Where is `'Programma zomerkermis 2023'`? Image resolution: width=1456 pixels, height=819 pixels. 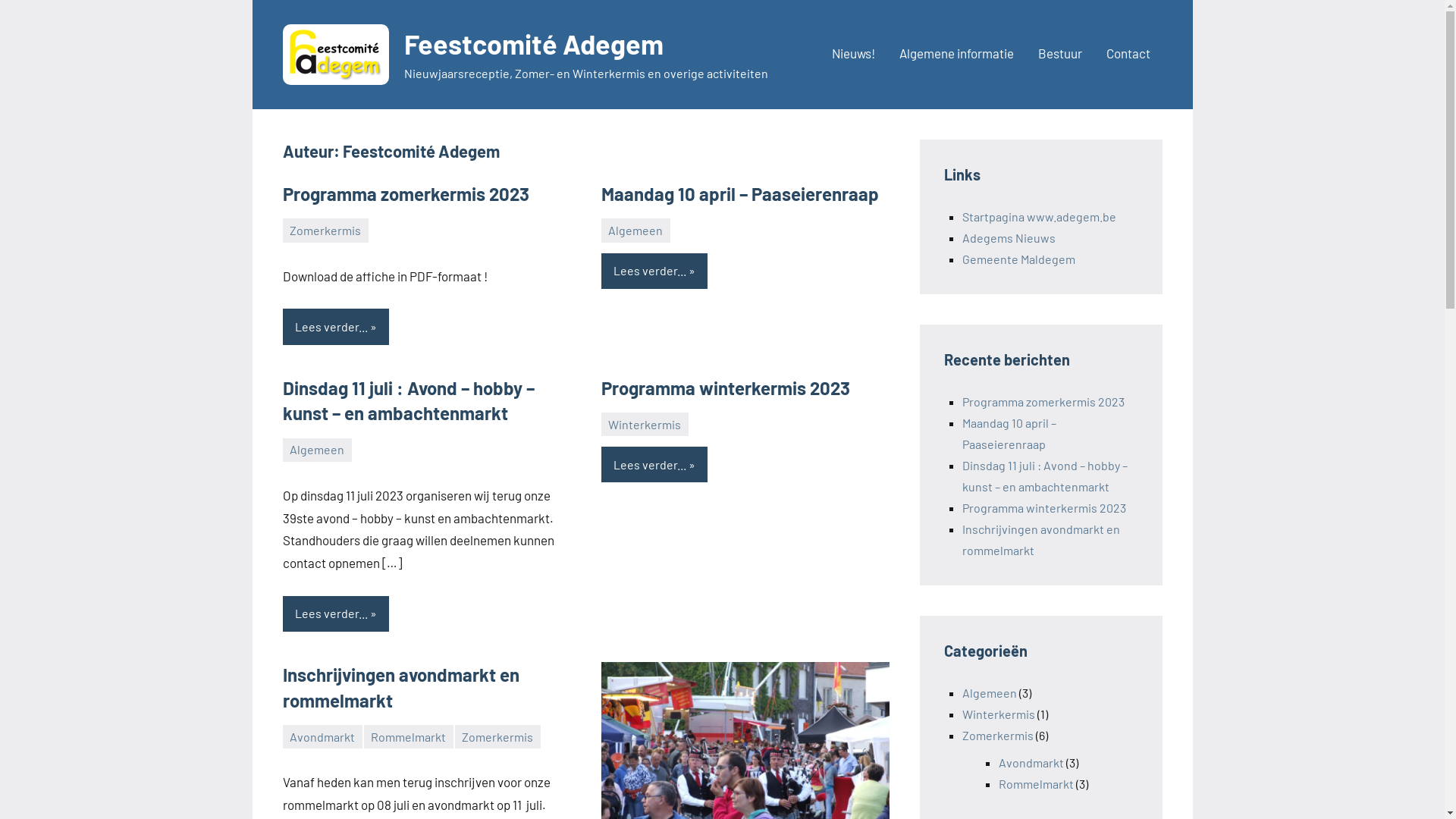 'Programma zomerkermis 2023' is located at coordinates (1041, 400).